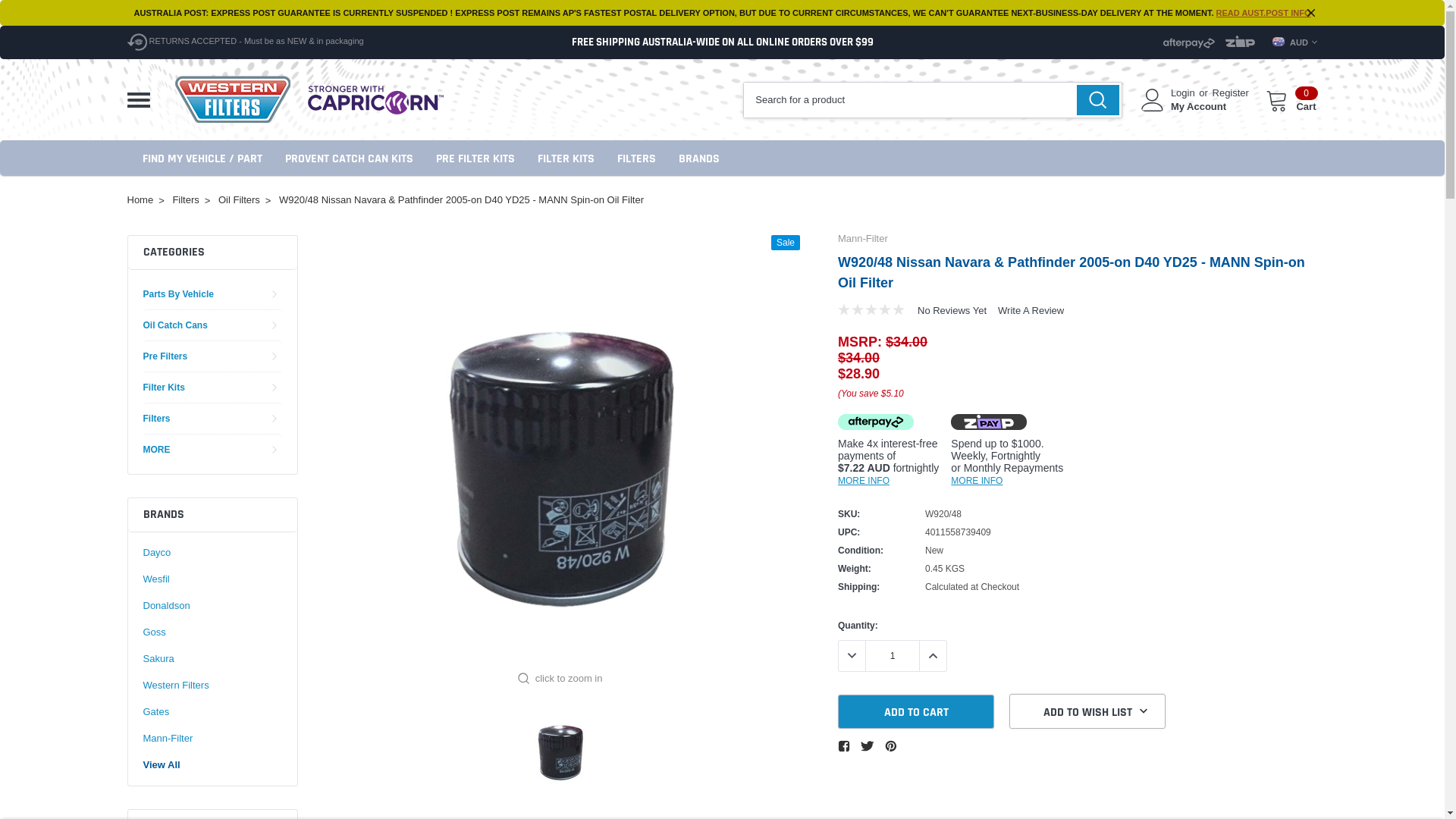  What do you see at coordinates (1272, 42) in the screenshot?
I see `'AUD'` at bounding box center [1272, 42].